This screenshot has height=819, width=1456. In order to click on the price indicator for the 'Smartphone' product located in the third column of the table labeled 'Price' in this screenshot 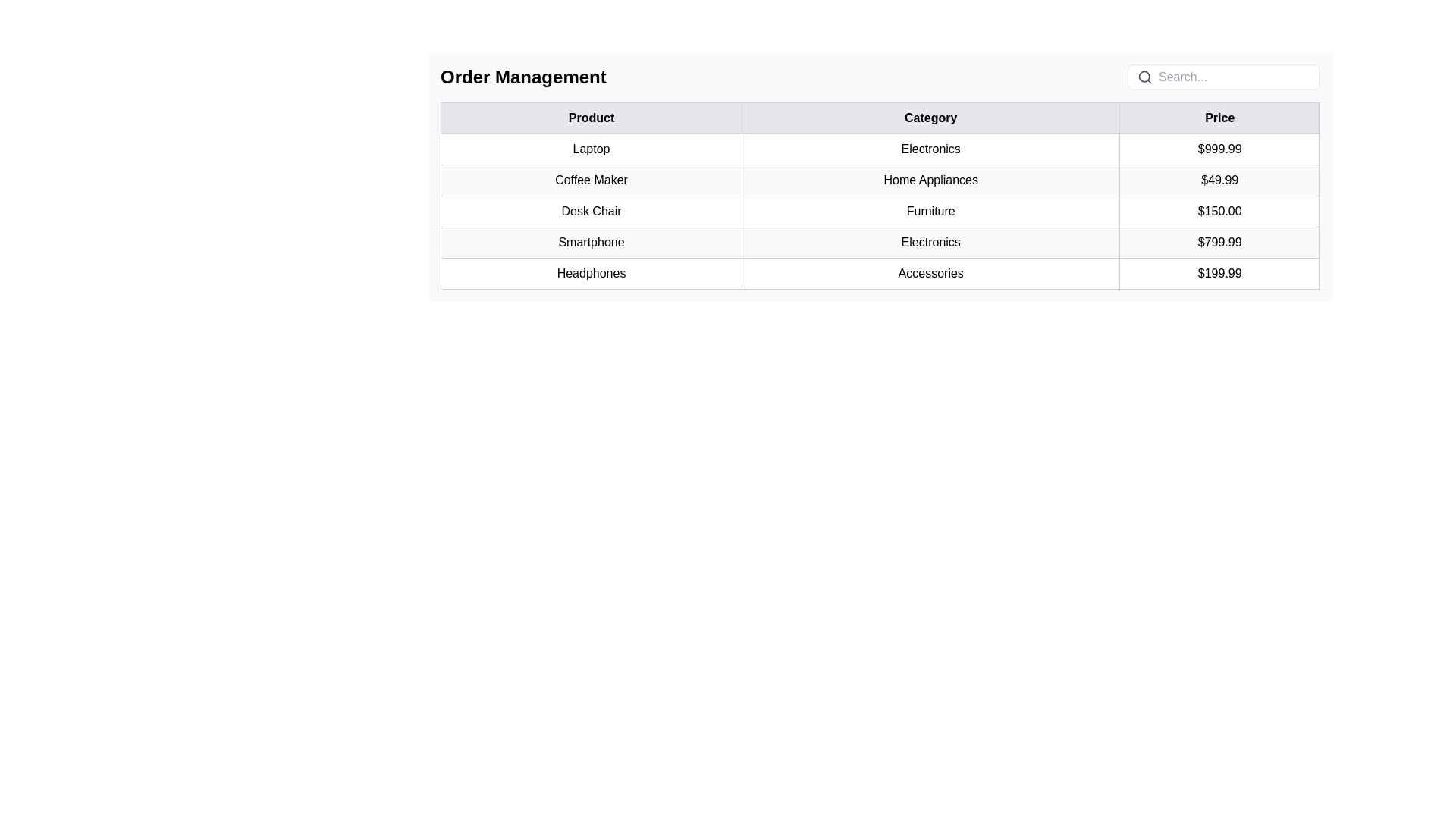, I will do `click(1219, 242)`.